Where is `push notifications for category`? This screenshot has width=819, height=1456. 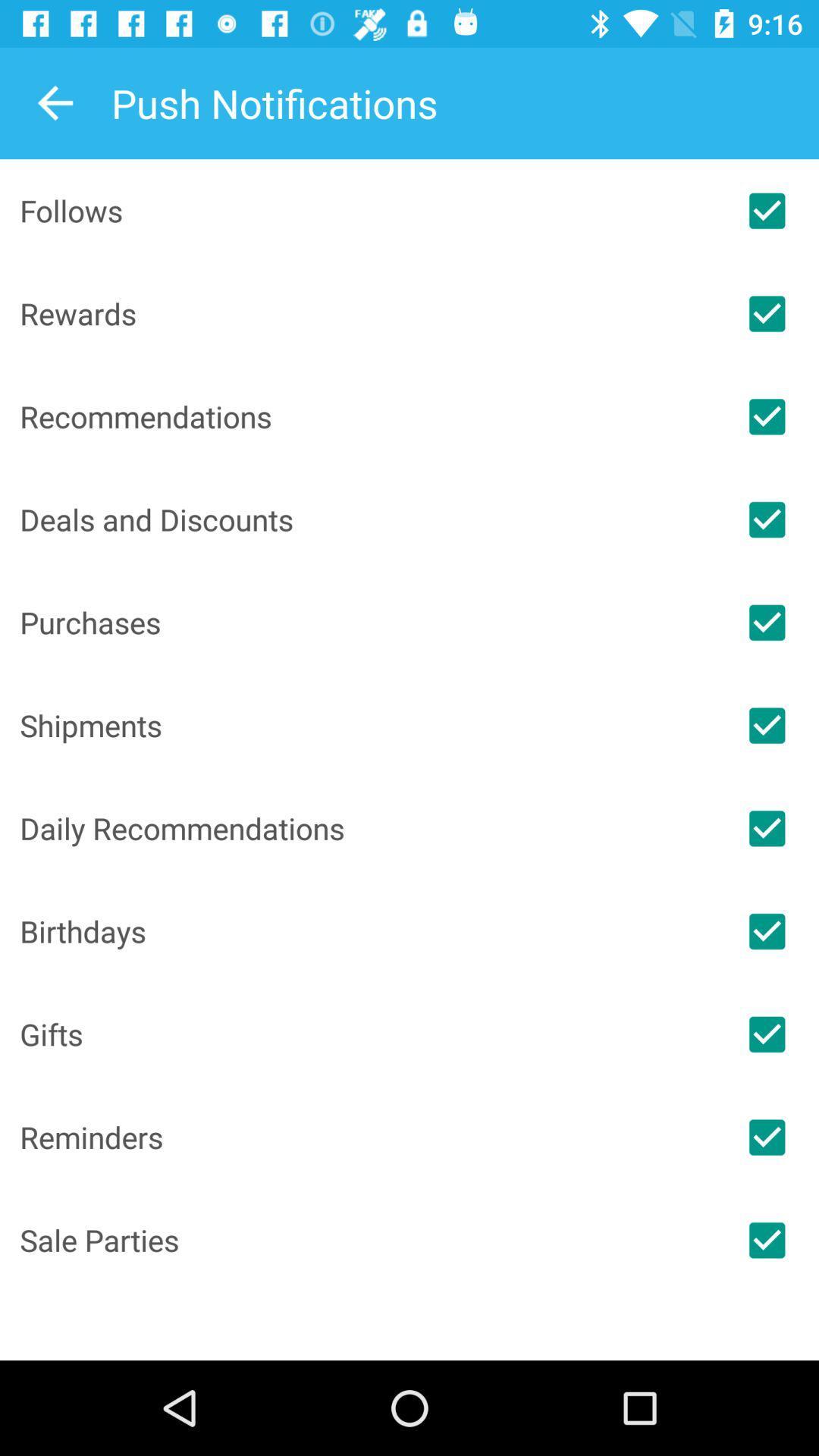
push notifications for category is located at coordinates (767, 827).